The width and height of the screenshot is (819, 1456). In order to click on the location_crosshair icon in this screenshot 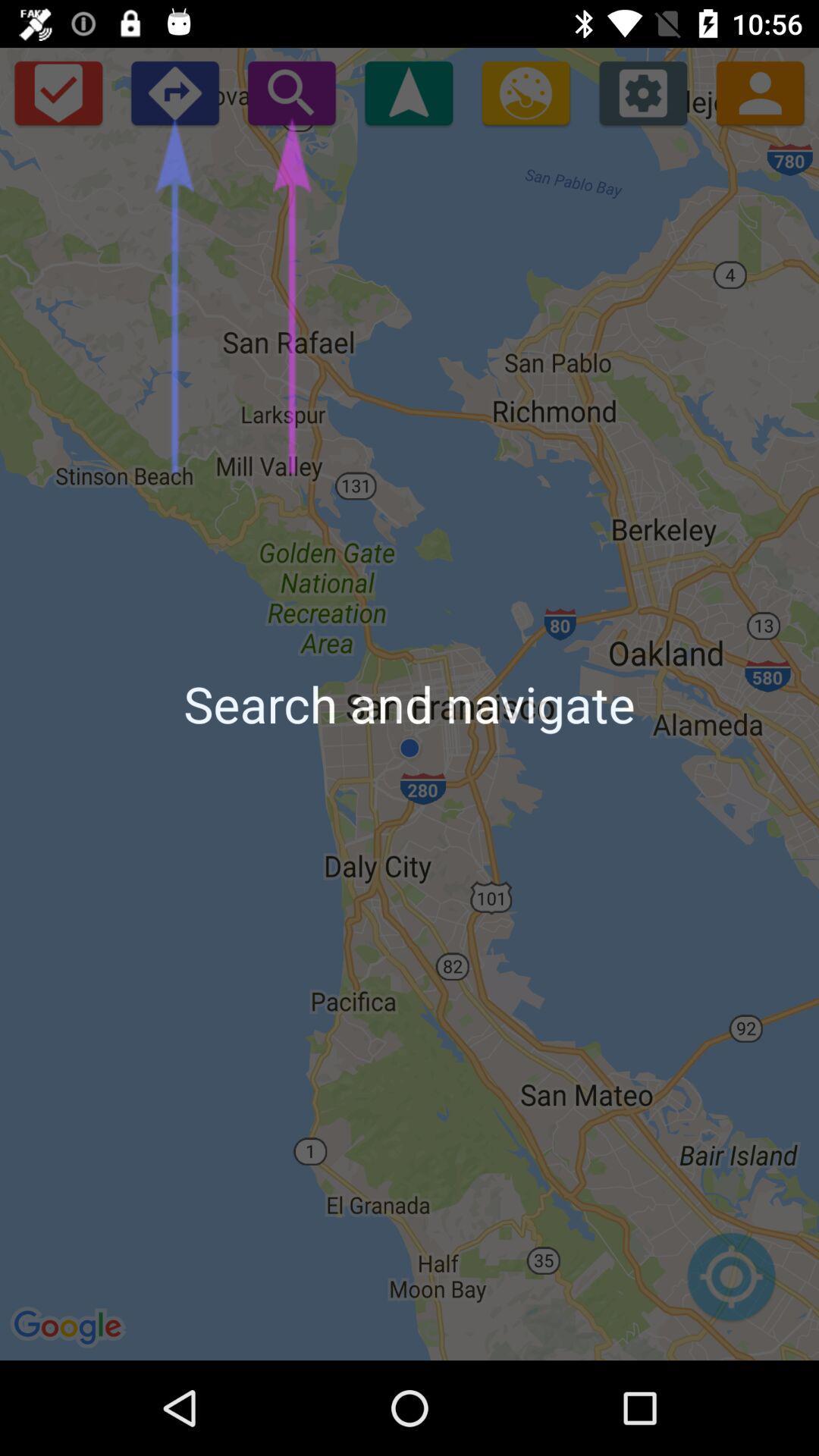, I will do `click(730, 1284)`.